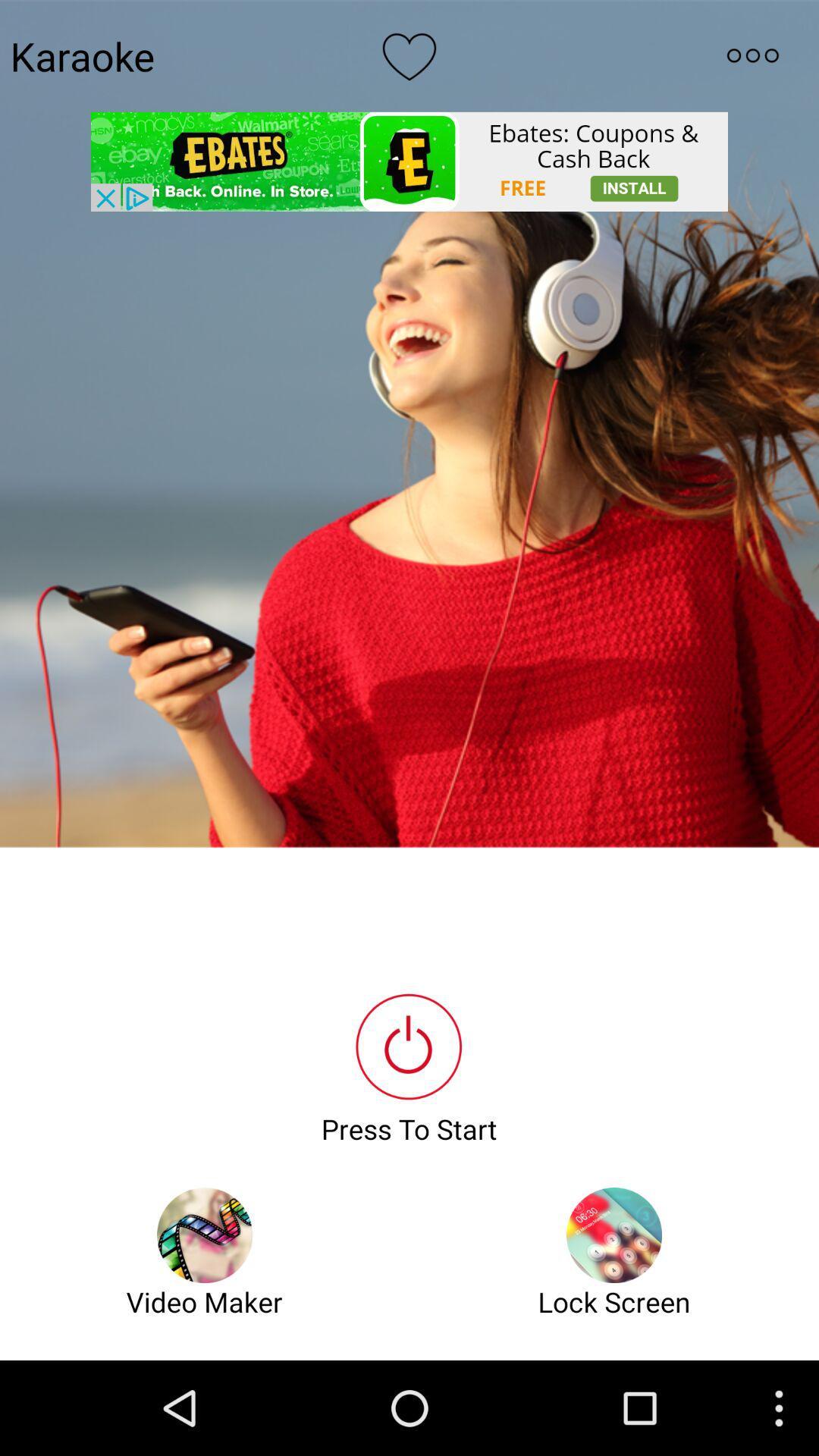 Image resolution: width=819 pixels, height=1456 pixels. Describe the element at coordinates (409, 55) in the screenshot. I see `like the song` at that location.